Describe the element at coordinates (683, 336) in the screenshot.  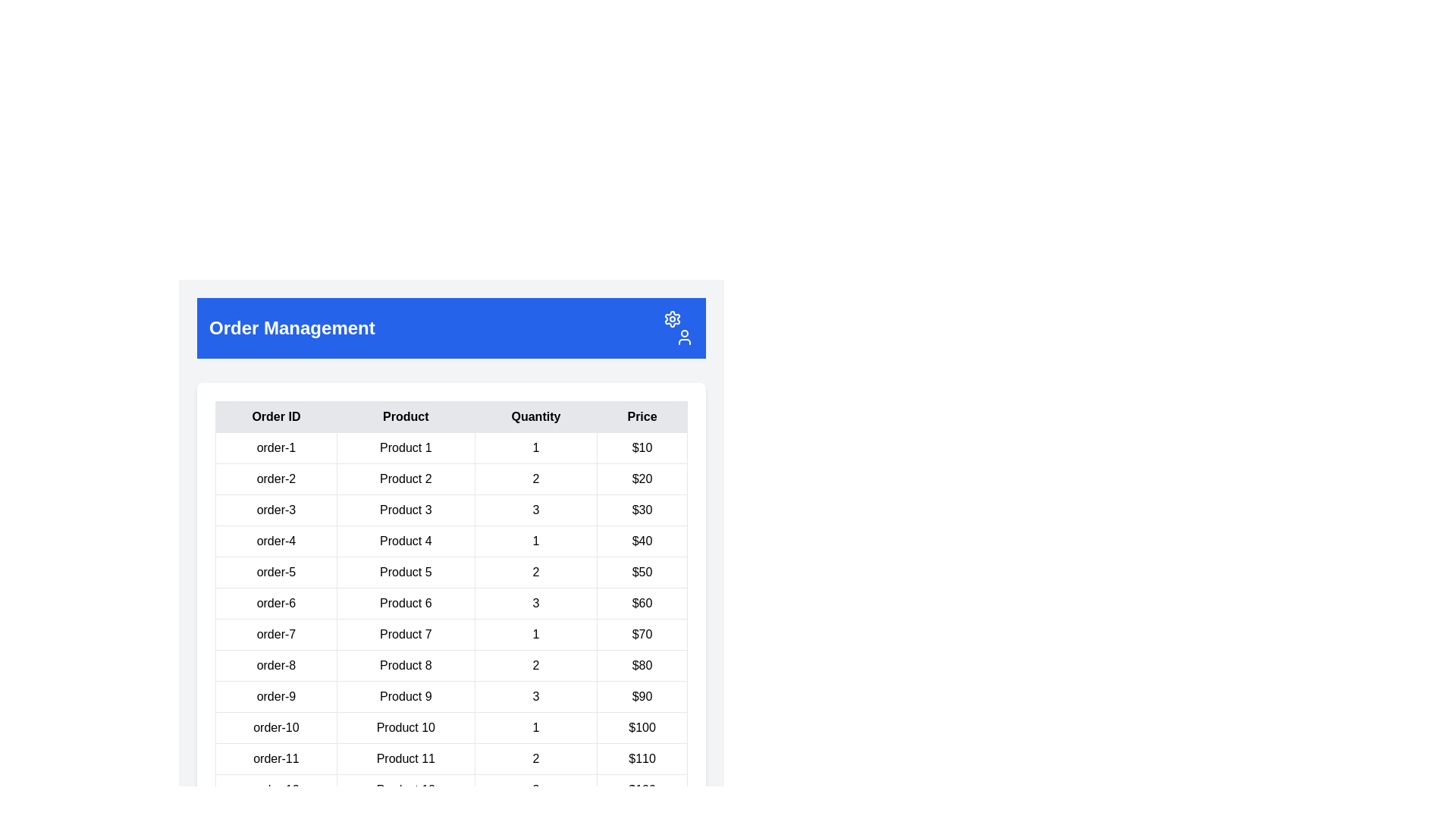
I see `the user-related actions icon located at the top-right corner of the blue header section` at that location.